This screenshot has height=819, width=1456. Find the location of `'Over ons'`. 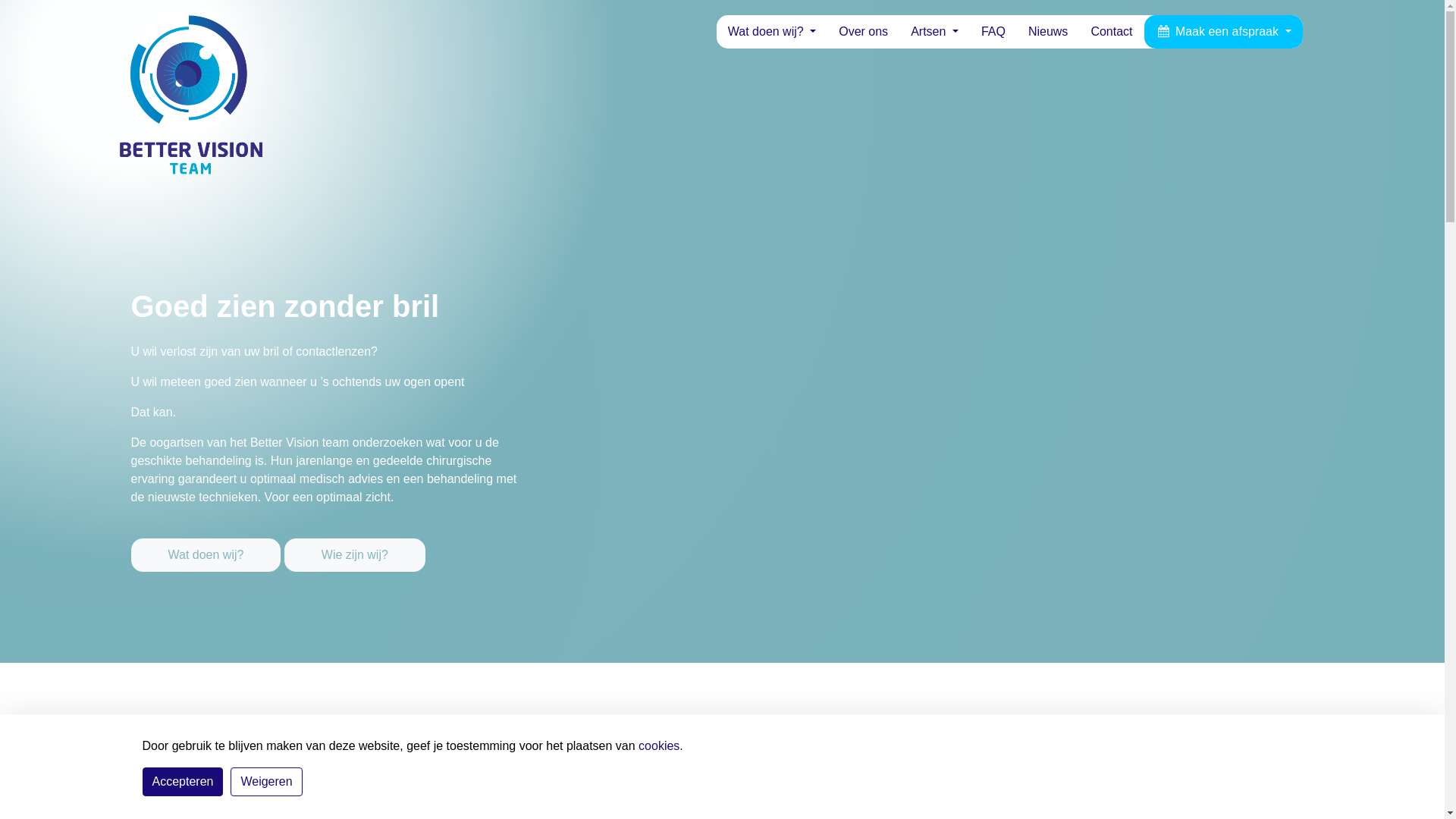

'Over ons' is located at coordinates (826, 32).